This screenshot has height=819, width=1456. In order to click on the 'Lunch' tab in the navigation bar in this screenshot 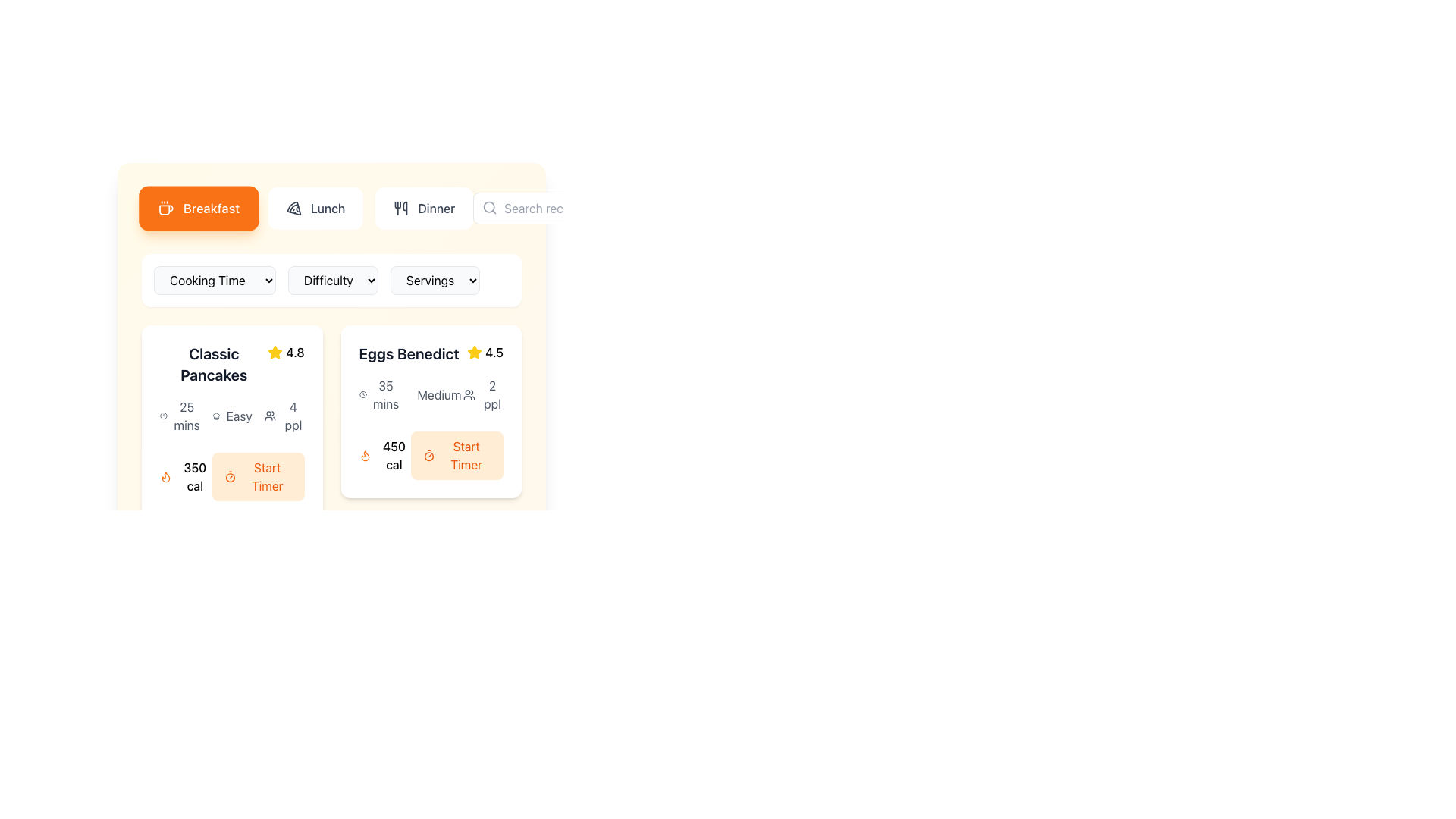, I will do `click(306, 208)`.